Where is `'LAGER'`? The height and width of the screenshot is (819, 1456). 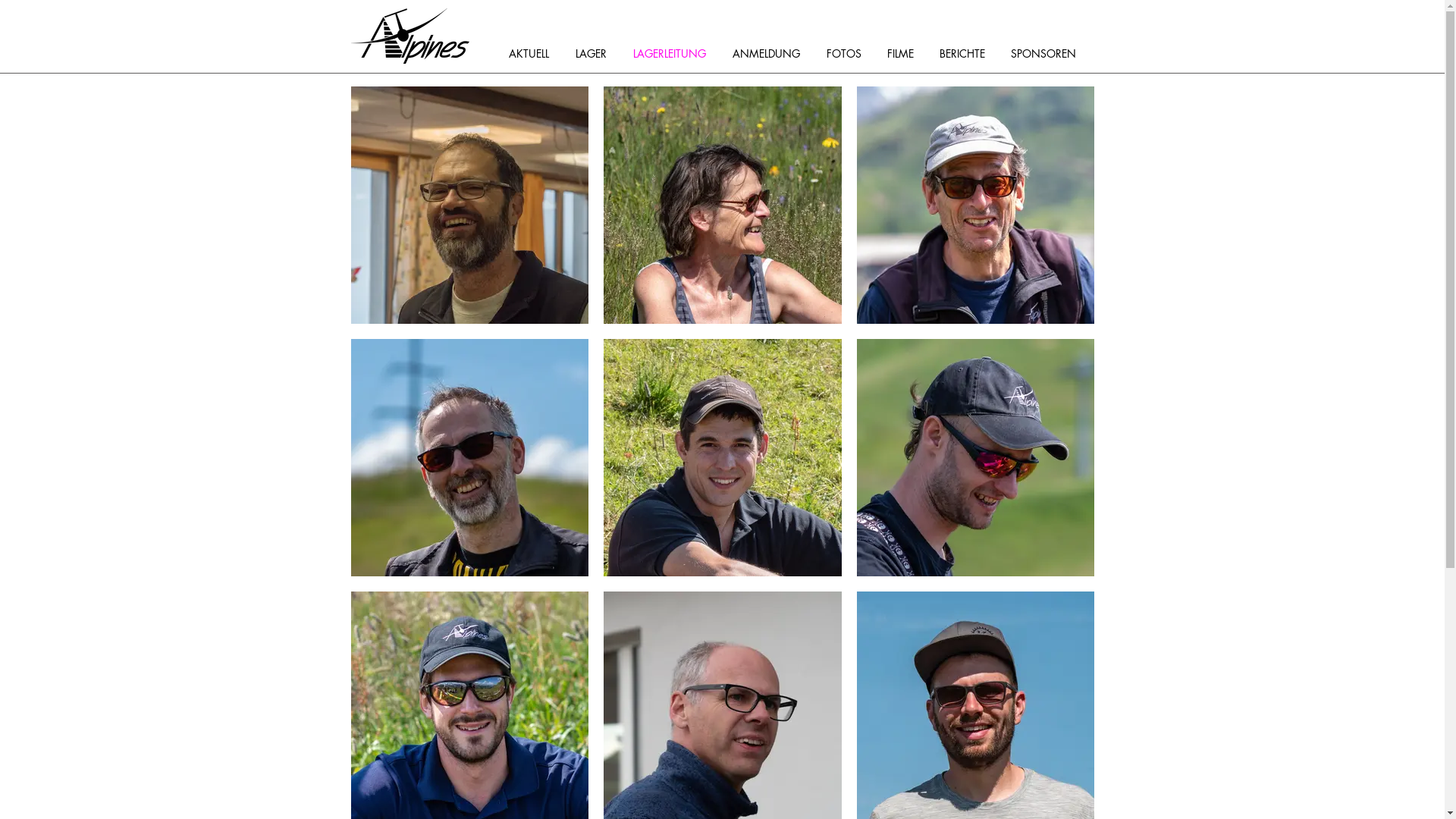 'LAGER' is located at coordinates (566, 52).